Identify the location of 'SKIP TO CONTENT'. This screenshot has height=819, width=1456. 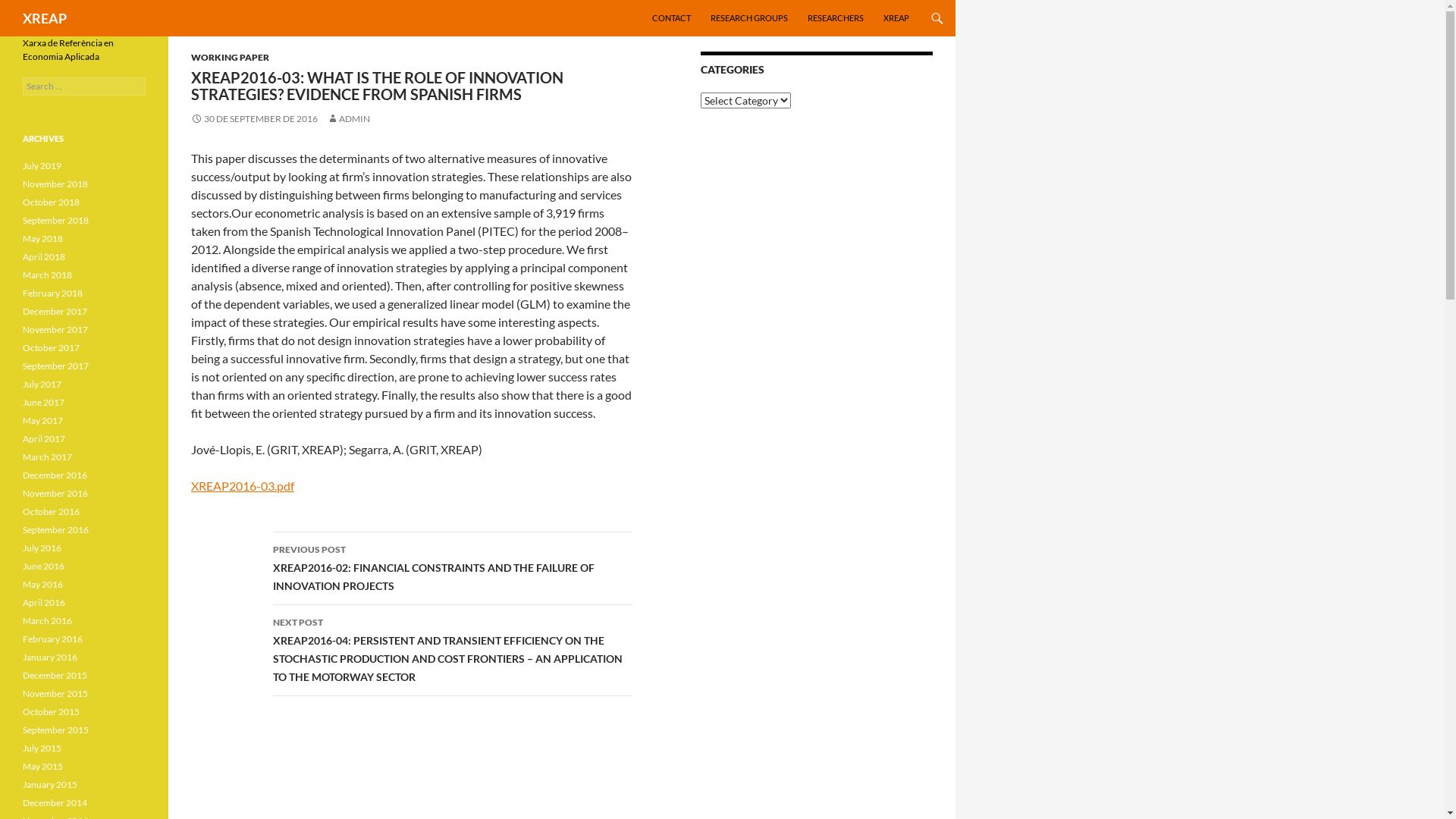
(652, 0).